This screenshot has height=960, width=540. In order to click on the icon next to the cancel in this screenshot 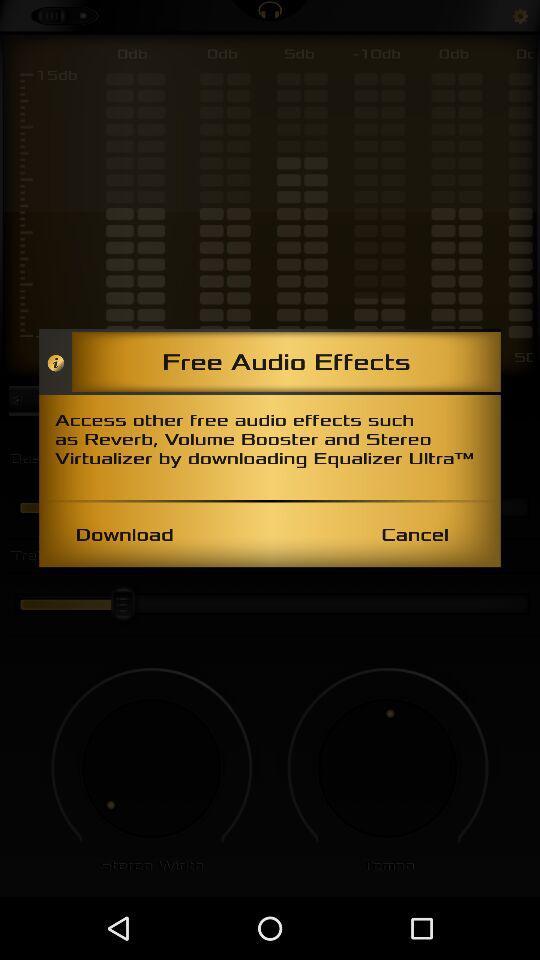, I will do `click(124, 533)`.